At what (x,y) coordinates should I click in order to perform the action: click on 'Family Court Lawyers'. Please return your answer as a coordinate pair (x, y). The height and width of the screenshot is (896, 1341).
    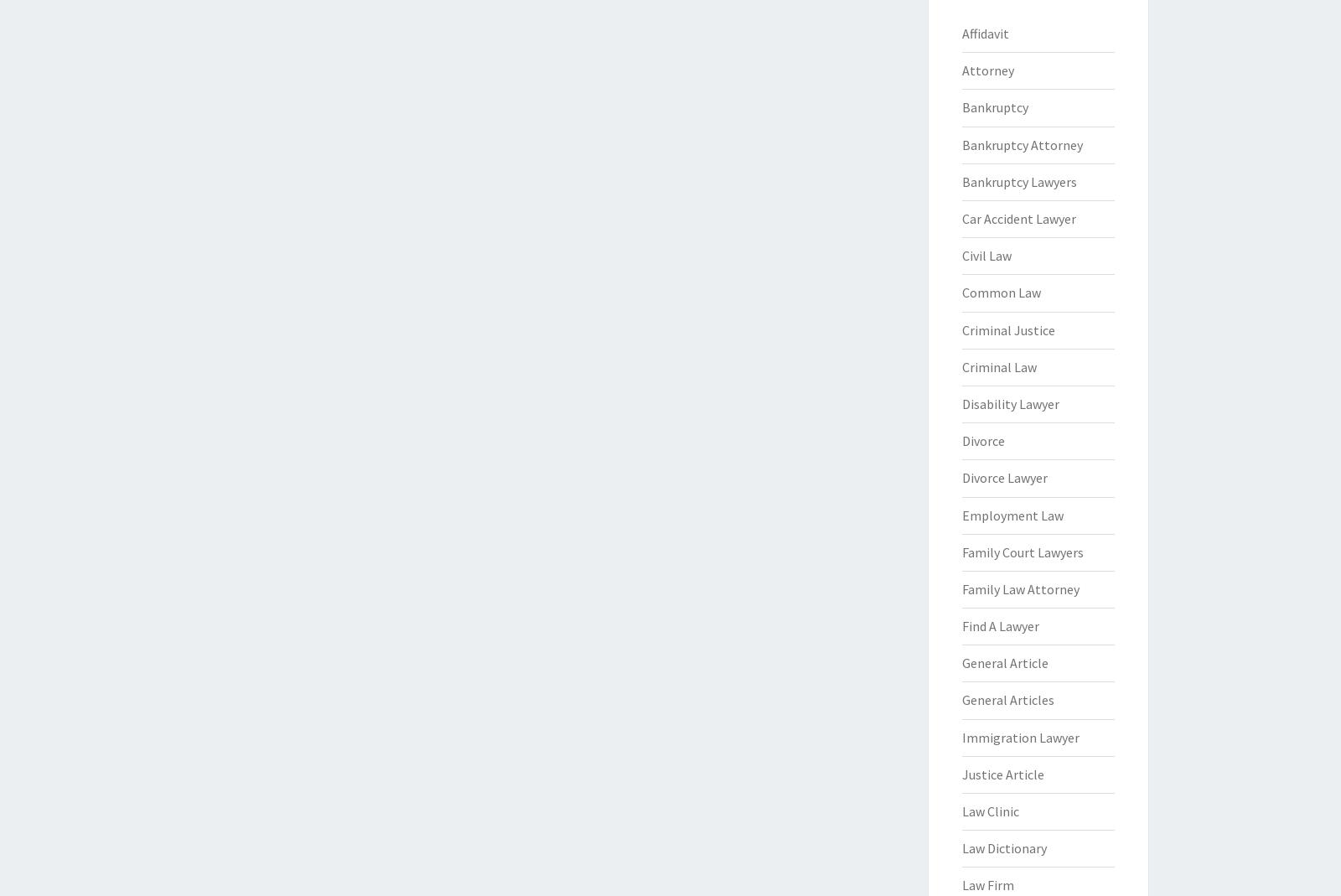
    Looking at the image, I should click on (1021, 550).